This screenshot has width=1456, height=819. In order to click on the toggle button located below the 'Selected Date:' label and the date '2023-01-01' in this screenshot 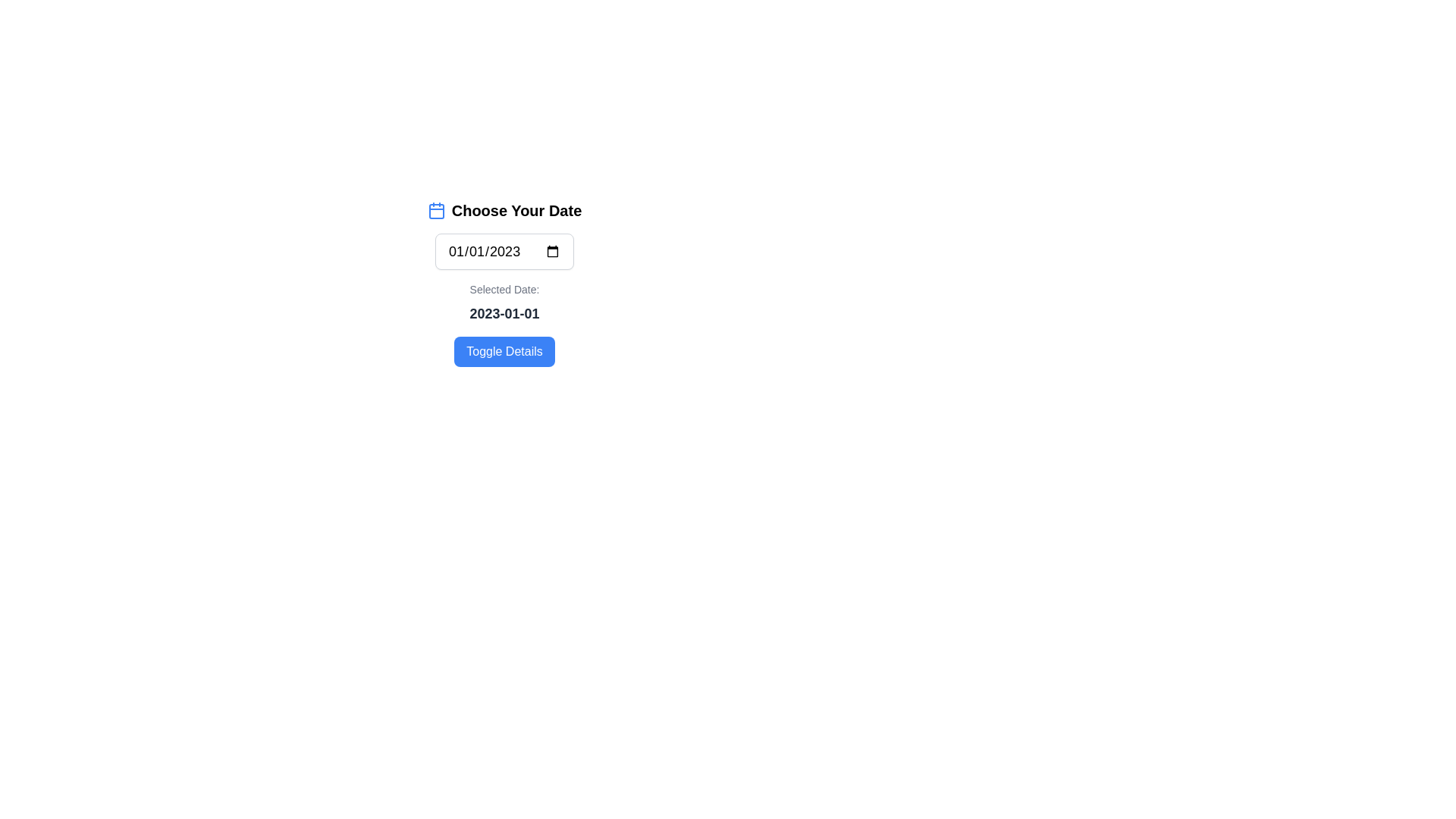, I will do `click(504, 351)`.